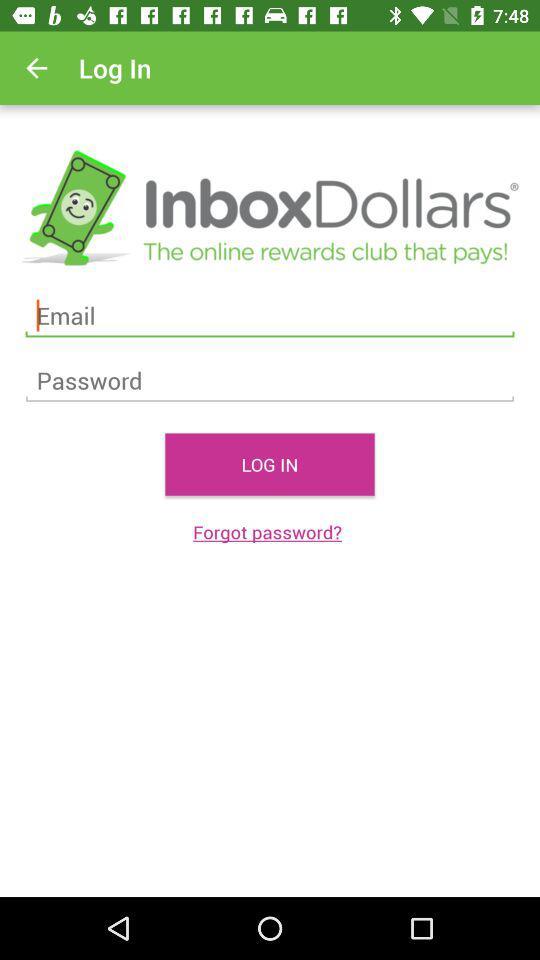 This screenshot has height=960, width=540. Describe the element at coordinates (36, 68) in the screenshot. I see `the app next to the log in item` at that location.